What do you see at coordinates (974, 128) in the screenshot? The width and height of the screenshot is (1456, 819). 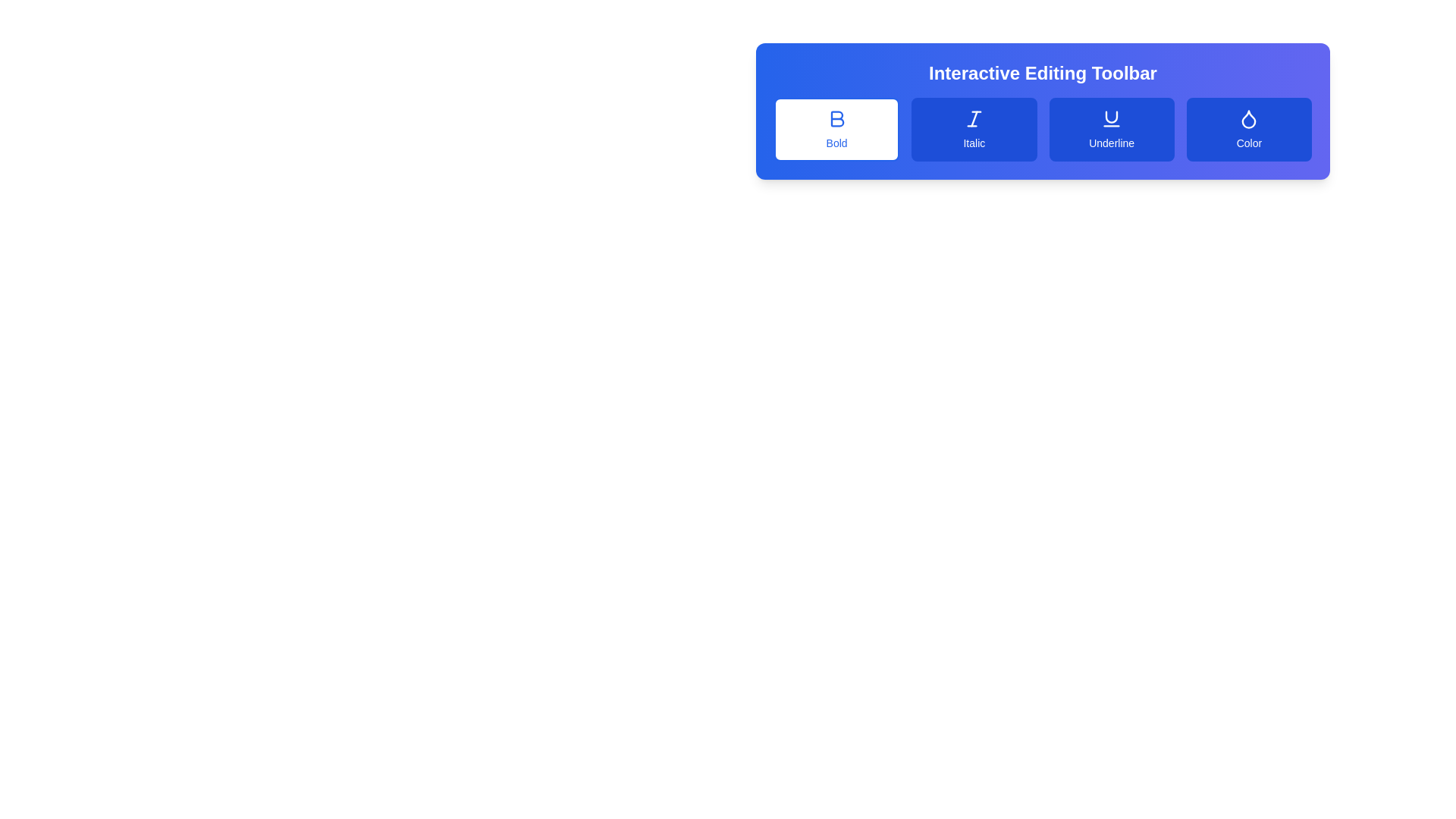 I see `the italic styling button located immediately to the right of the 'Bold' button in the top-right corner of the editor's toolbar` at bounding box center [974, 128].